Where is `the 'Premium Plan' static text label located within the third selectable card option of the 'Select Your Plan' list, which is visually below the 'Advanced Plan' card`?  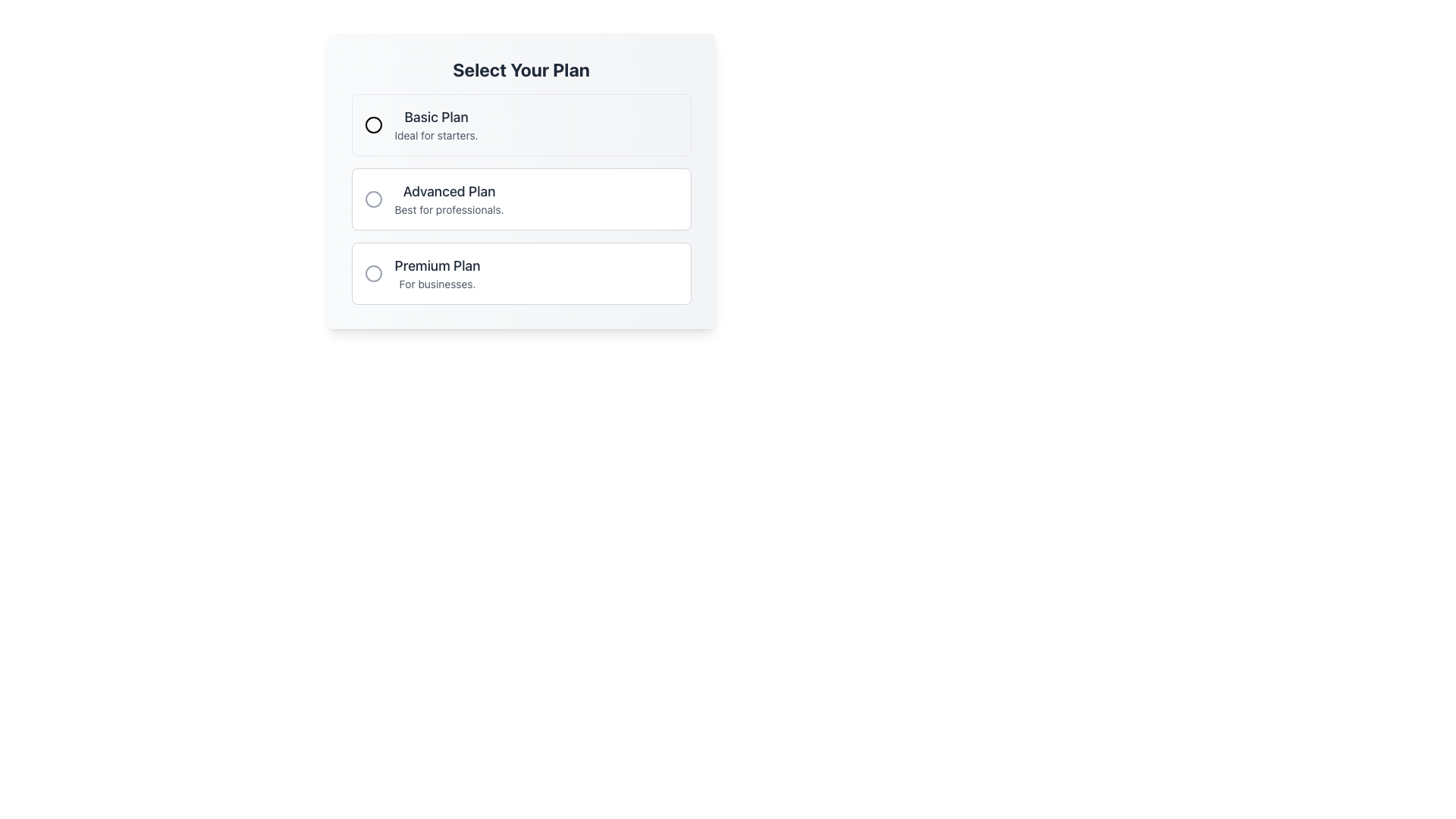
the 'Premium Plan' static text label located within the third selectable card option of the 'Select Your Plan' list, which is visually below the 'Advanced Plan' card is located at coordinates (436, 274).